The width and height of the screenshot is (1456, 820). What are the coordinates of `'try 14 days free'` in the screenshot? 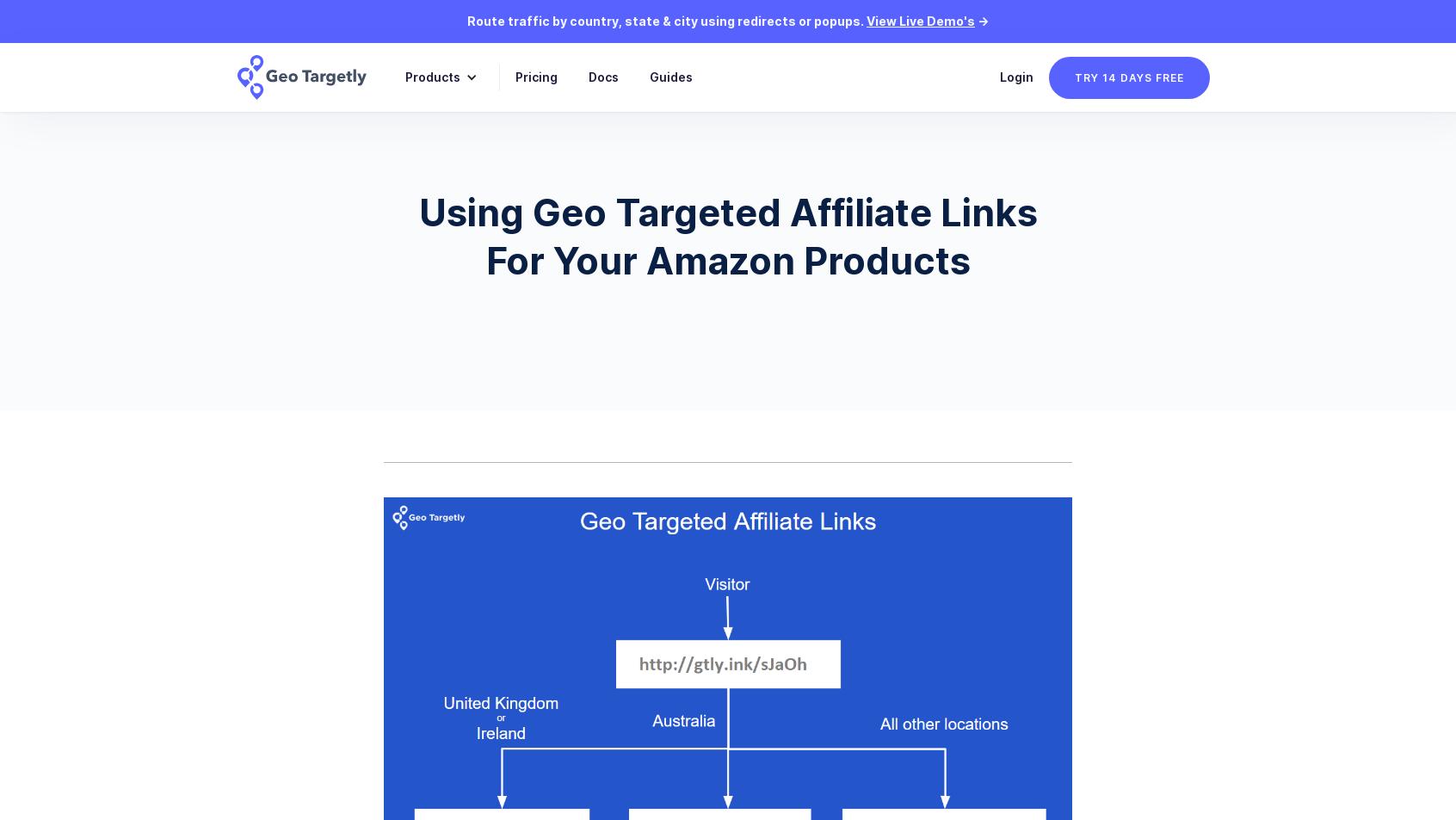 It's located at (1075, 76).